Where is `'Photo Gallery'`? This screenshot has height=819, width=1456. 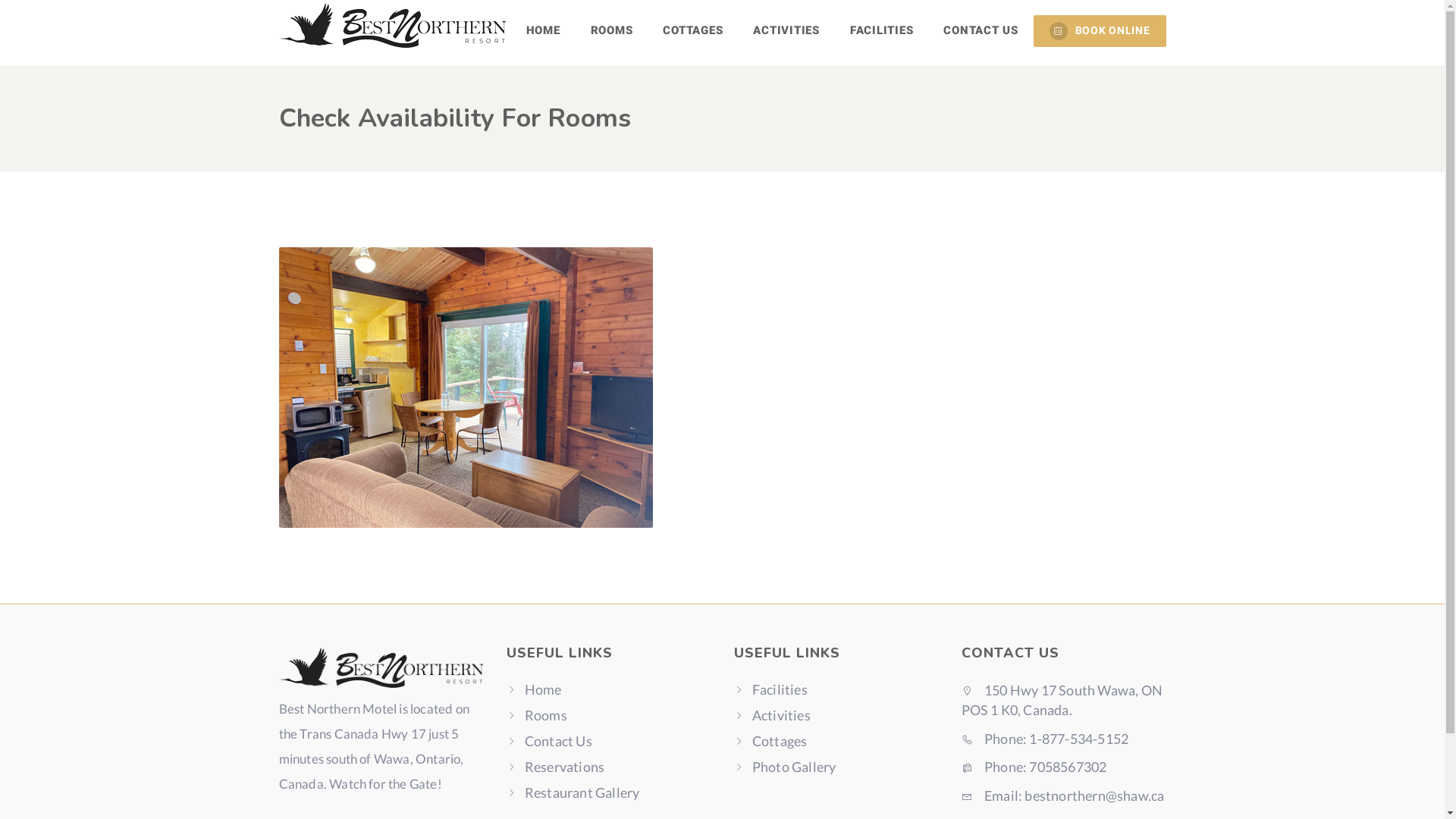 'Photo Gallery' is located at coordinates (752, 766).